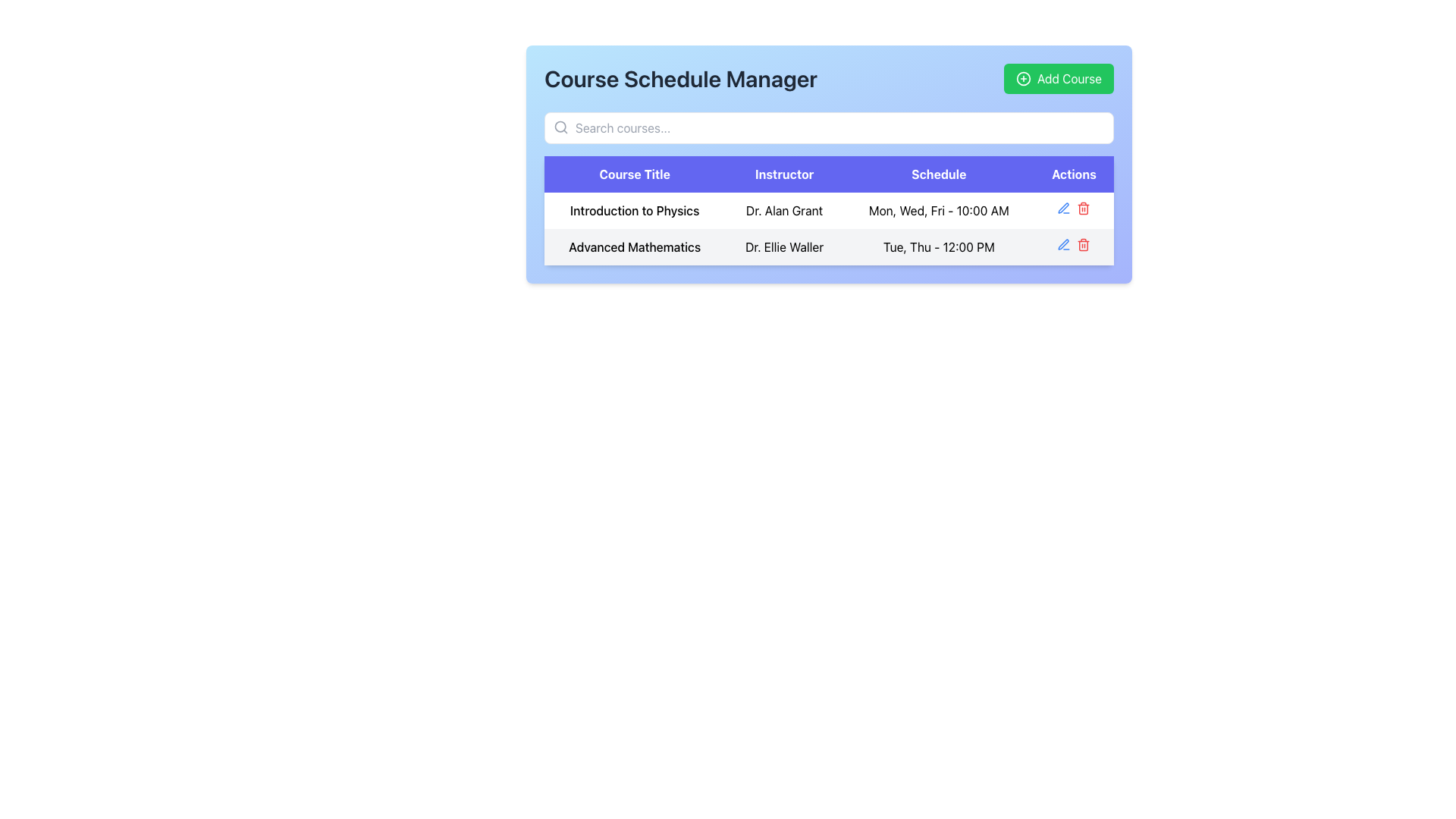 The width and height of the screenshot is (1456, 819). What do you see at coordinates (560, 126) in the screenshot?
I see `the small outlined SVG circle that is part of the magnifying glass shape located on the left side of the search bar` at bounding box center [560, 126].